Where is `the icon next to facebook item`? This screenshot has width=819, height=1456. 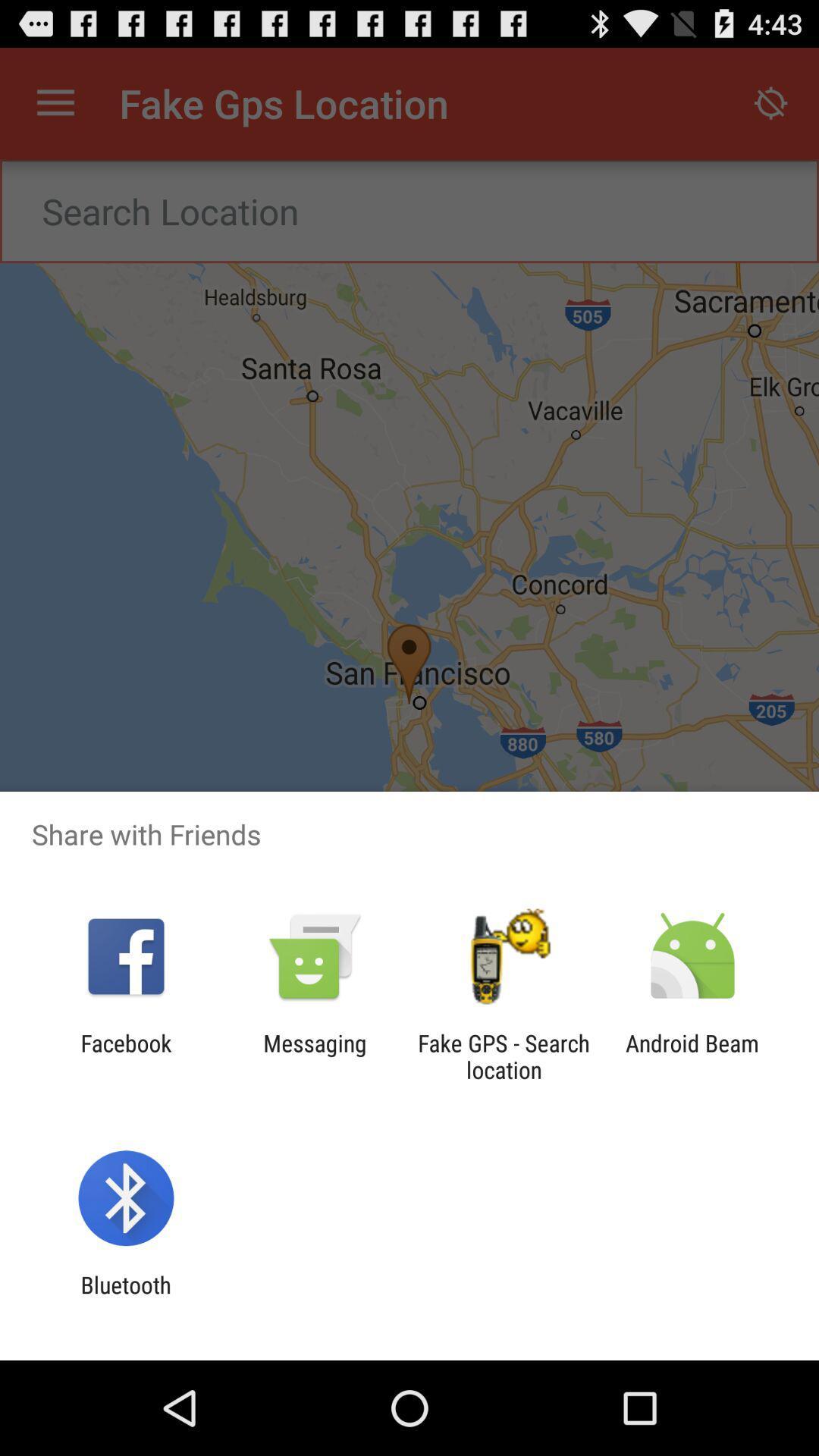
the icon next to facebook item is located at coordinates (314, 1056).